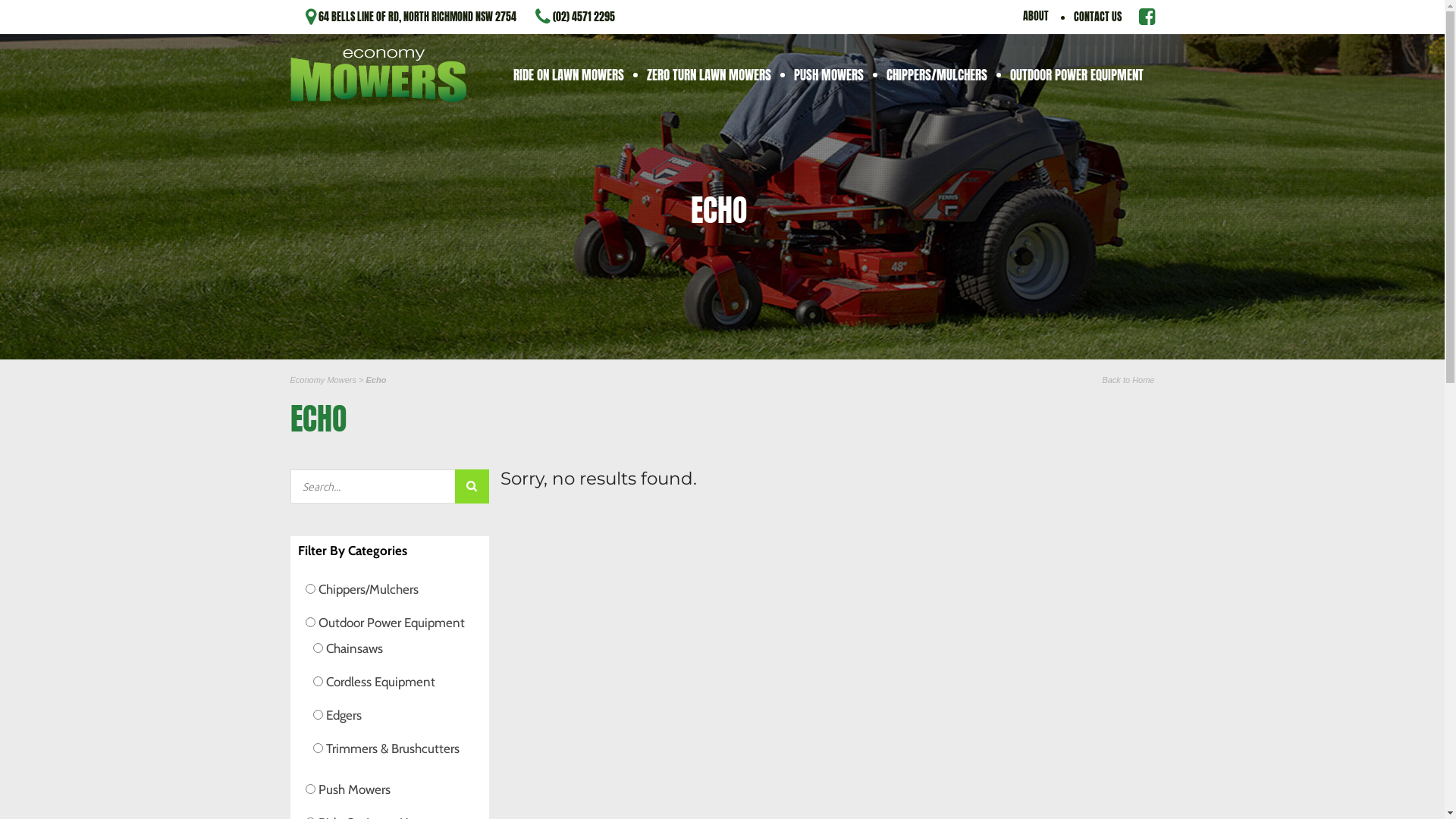  Describe the element at coordinates (828, 73) in the screenshot. I see `'PUSH MOWERS'` at that location.